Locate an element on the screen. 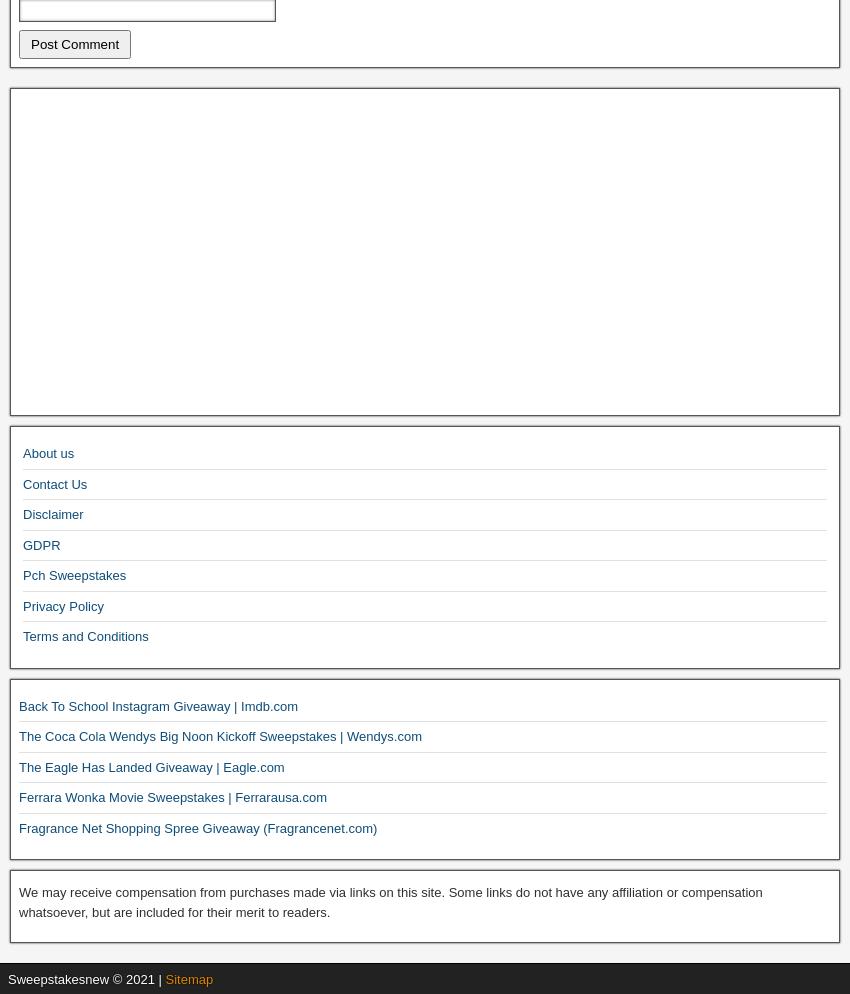 This screenshot has width=850, height=994. 'Disclaimer' is located at coordinates (53, 514).